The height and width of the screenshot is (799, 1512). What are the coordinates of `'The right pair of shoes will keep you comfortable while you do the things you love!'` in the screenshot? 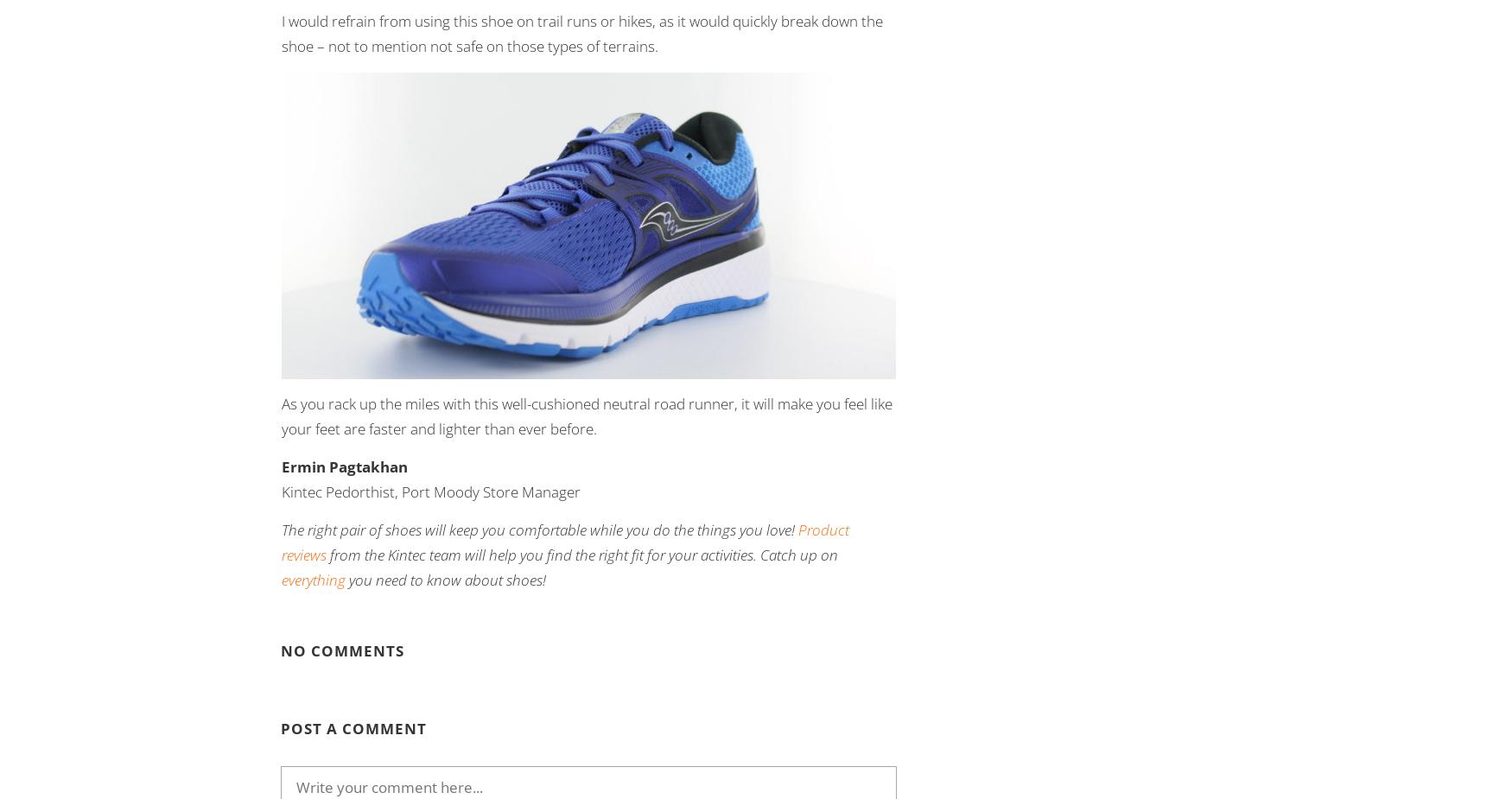 It's located at (539, 529).